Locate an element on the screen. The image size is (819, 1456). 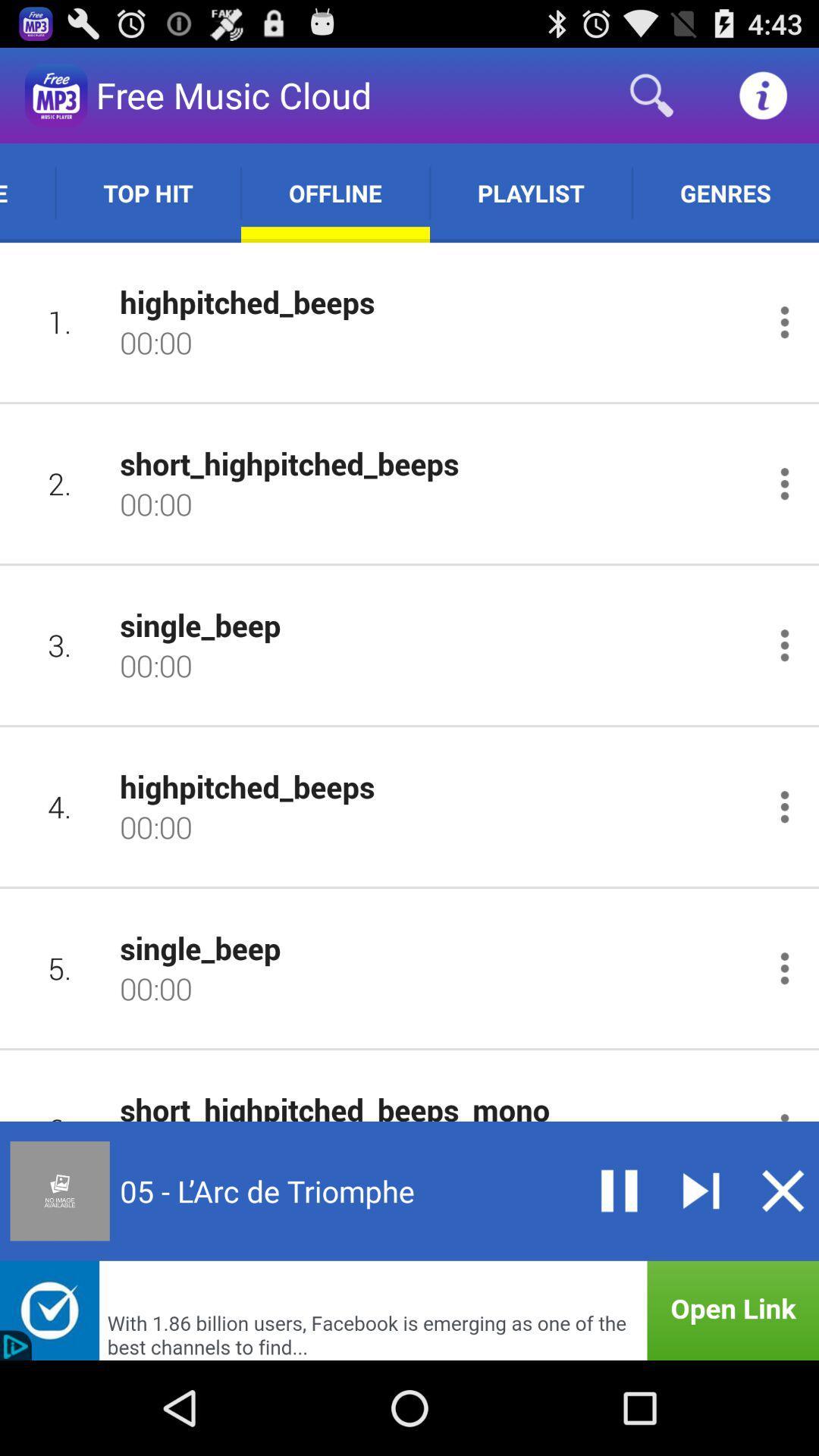
5. icon is located at coordinates (59, 967).